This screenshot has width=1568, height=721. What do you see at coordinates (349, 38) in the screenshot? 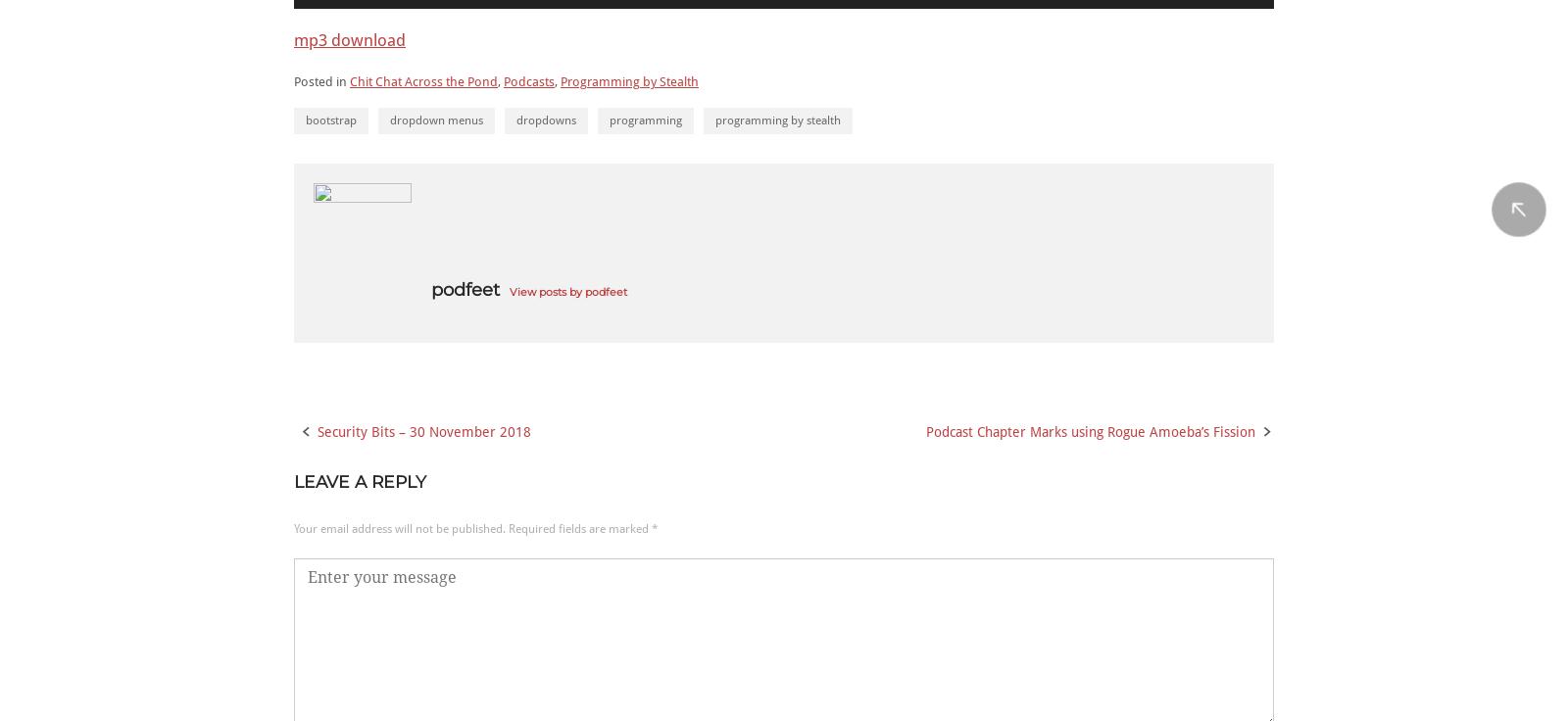
I see `'mp3 download'` at bounding box center [349, 38].